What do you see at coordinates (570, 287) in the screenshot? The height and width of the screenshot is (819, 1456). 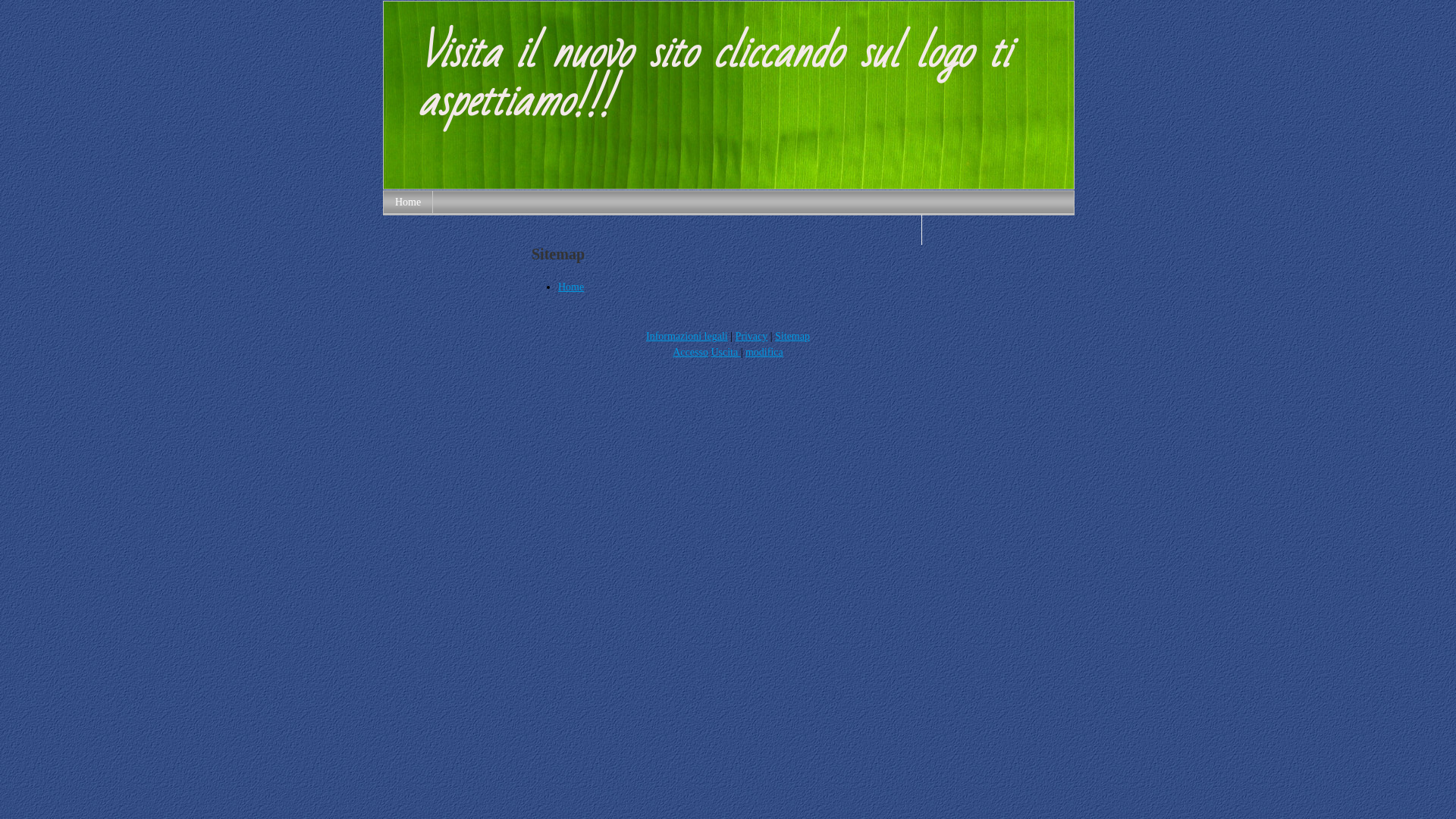 I see `'Home'` at bounding box center [570, 287].